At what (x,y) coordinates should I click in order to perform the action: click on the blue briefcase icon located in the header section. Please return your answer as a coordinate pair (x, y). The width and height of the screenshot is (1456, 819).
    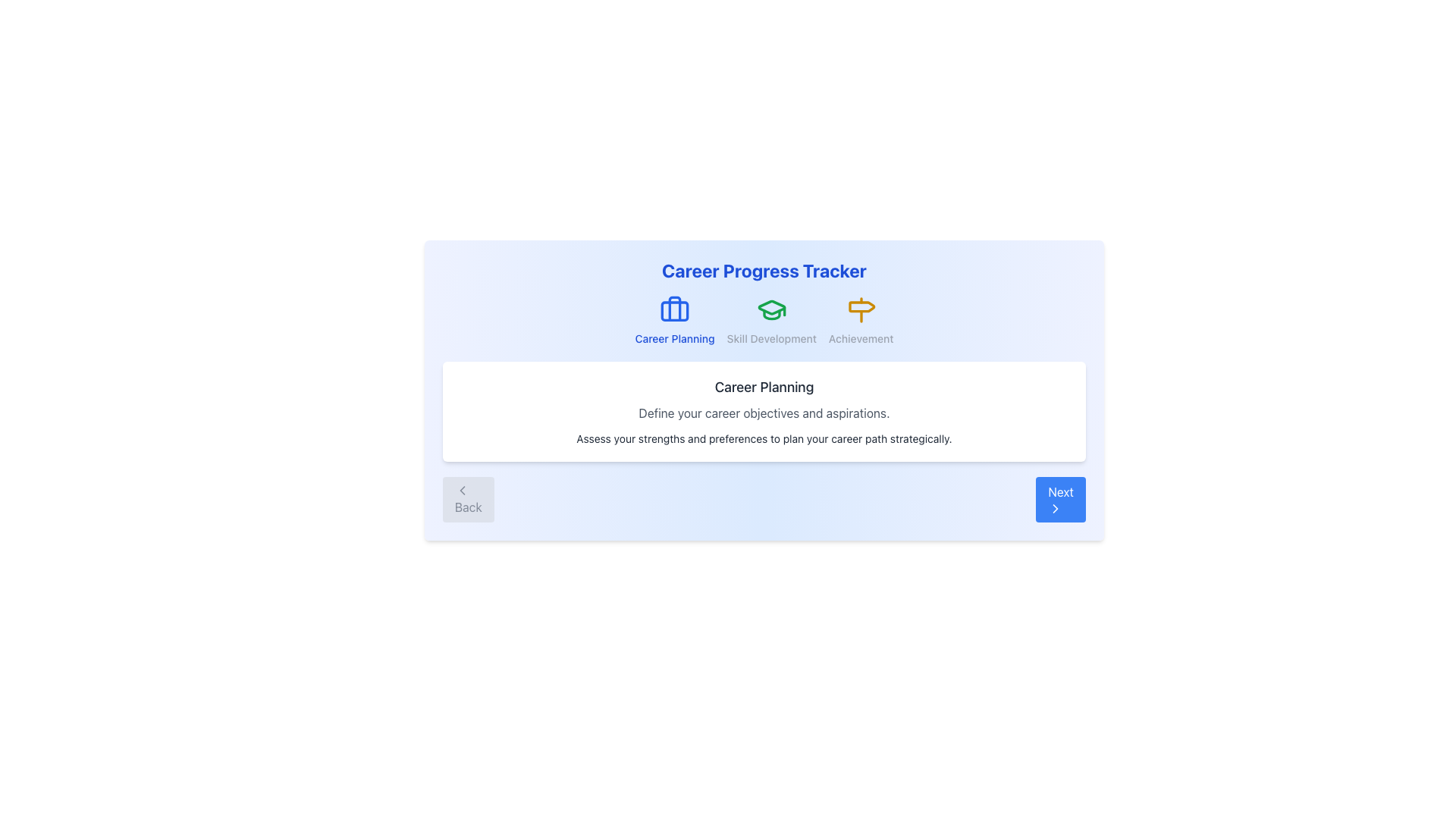
    Looking at the image, I should click on (673, 308).